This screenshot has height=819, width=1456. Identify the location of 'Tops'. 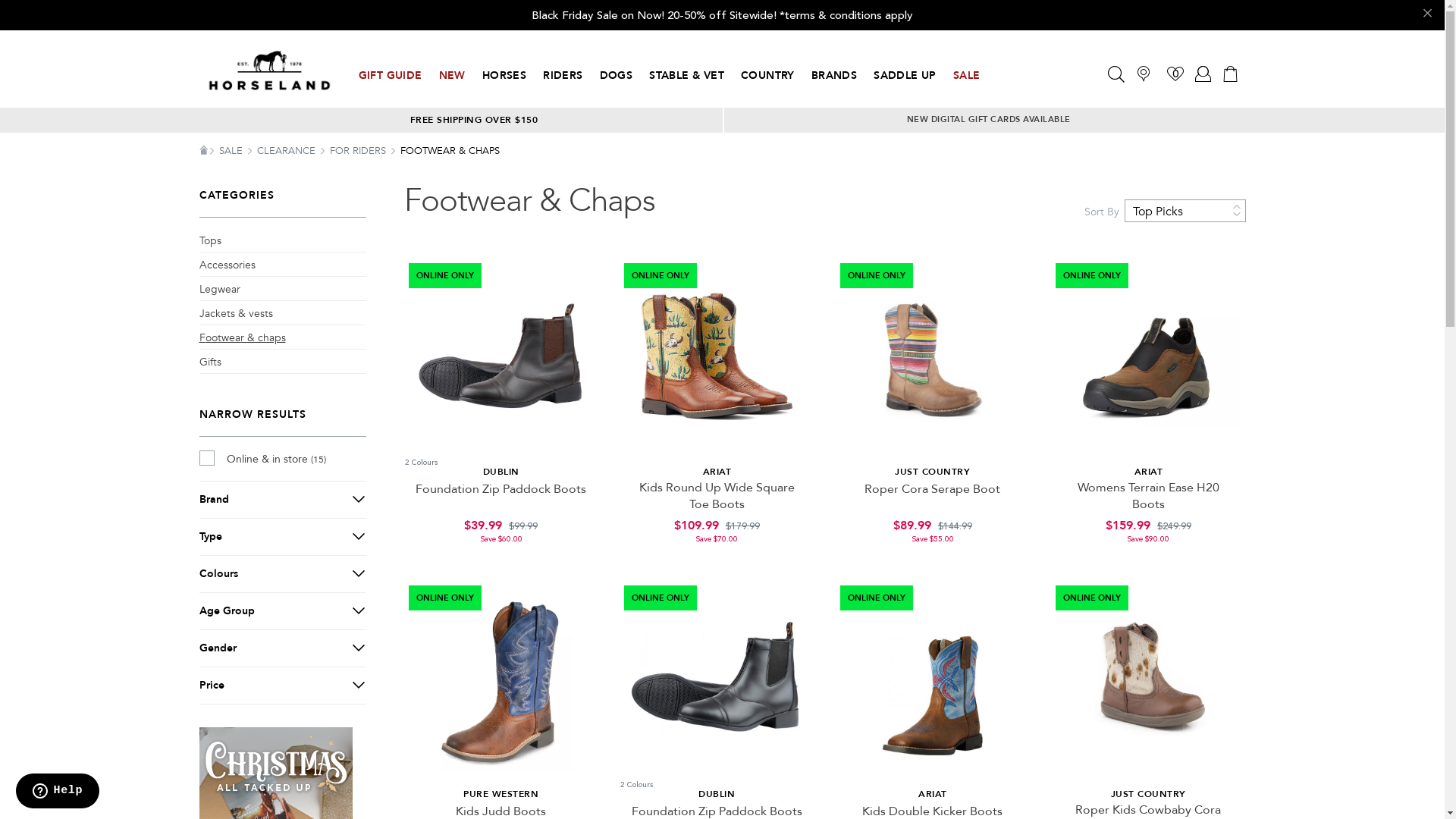
(209, 240).